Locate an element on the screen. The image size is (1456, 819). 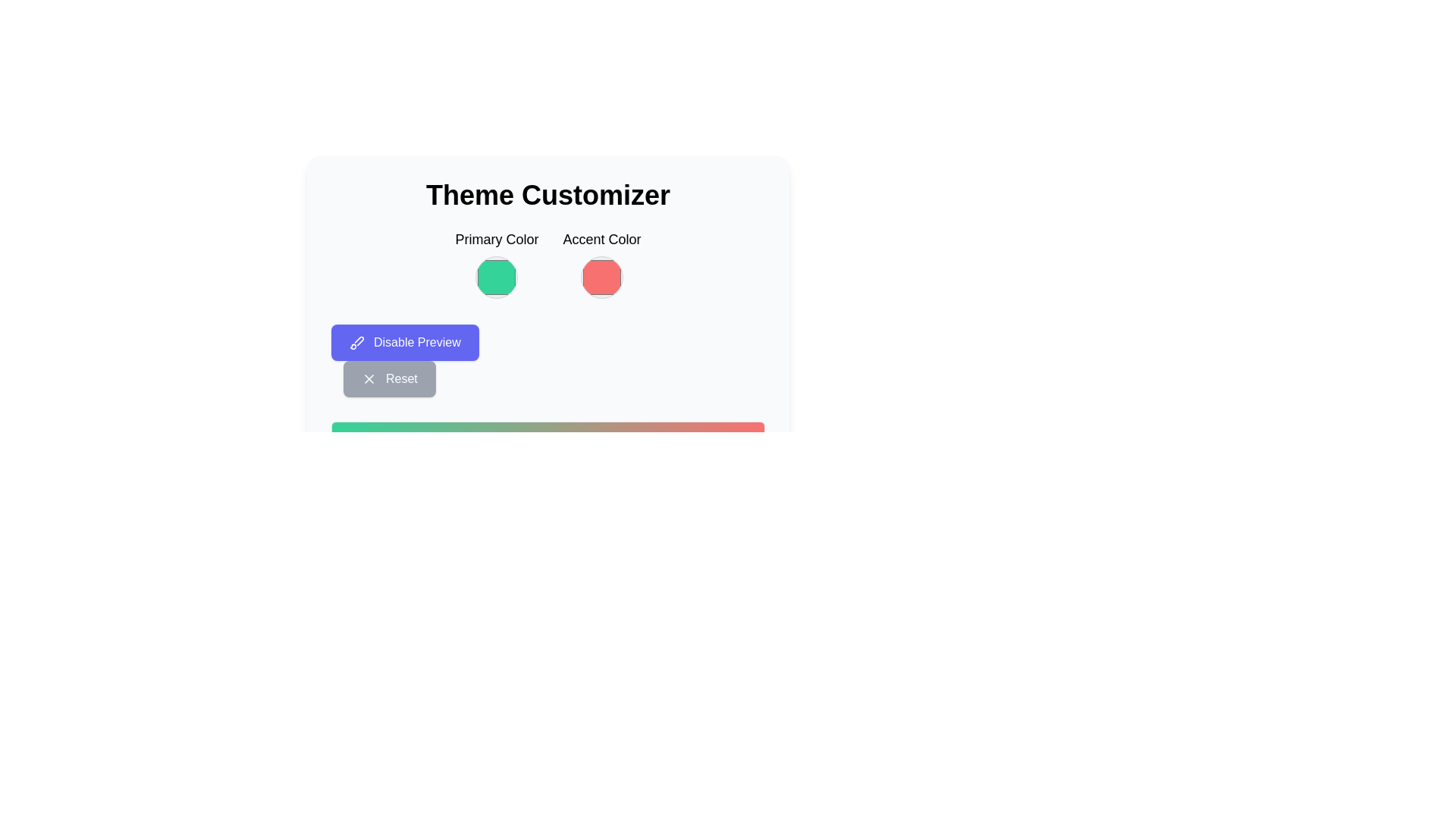
the 'Primary Color' label, which is a medium-sized, bold text element positioned above a circular color preview is located at coordinates (497, 239).